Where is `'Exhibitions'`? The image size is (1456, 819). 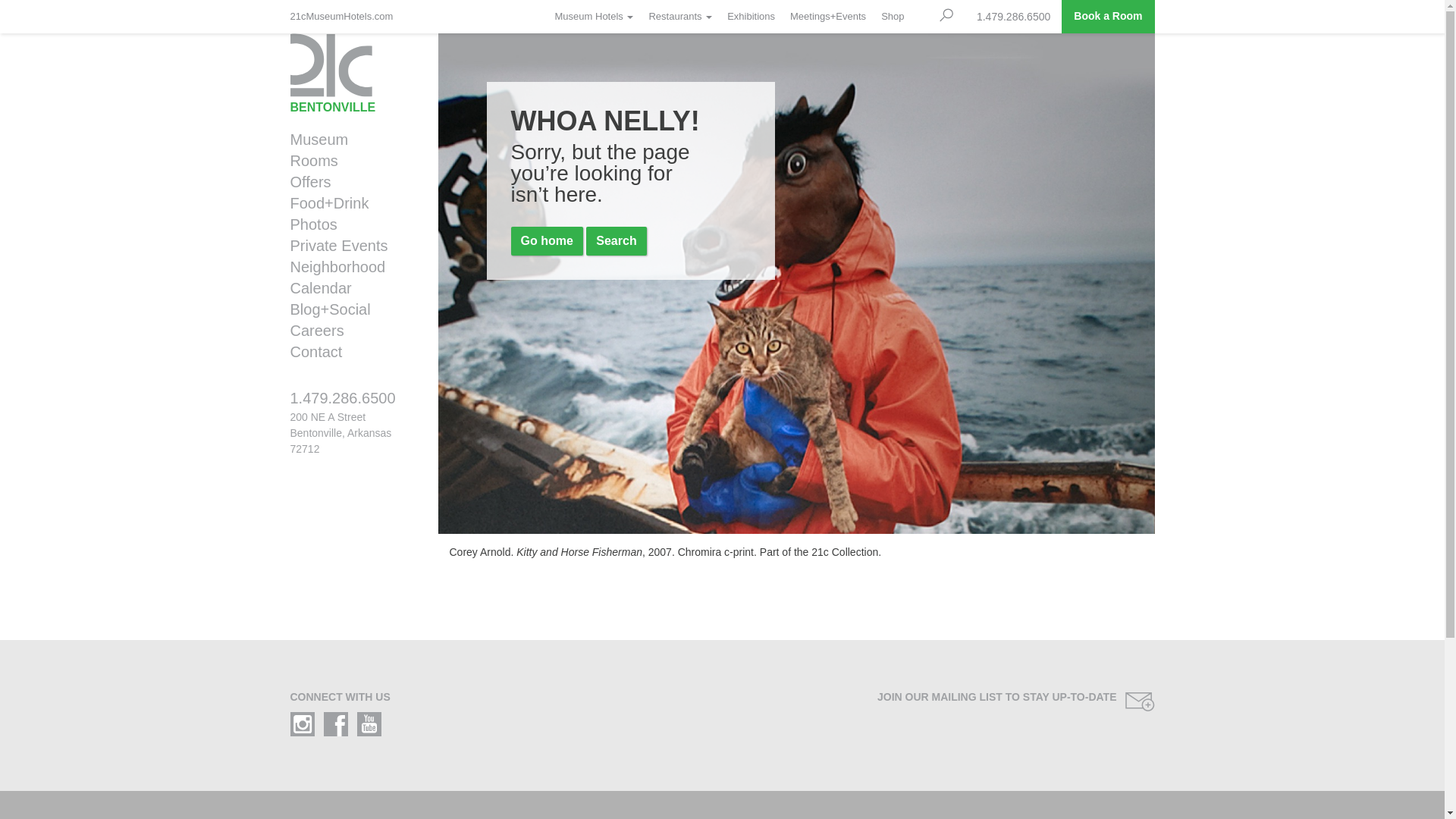 'Exhibitions' is located at coordinates (751, 17).